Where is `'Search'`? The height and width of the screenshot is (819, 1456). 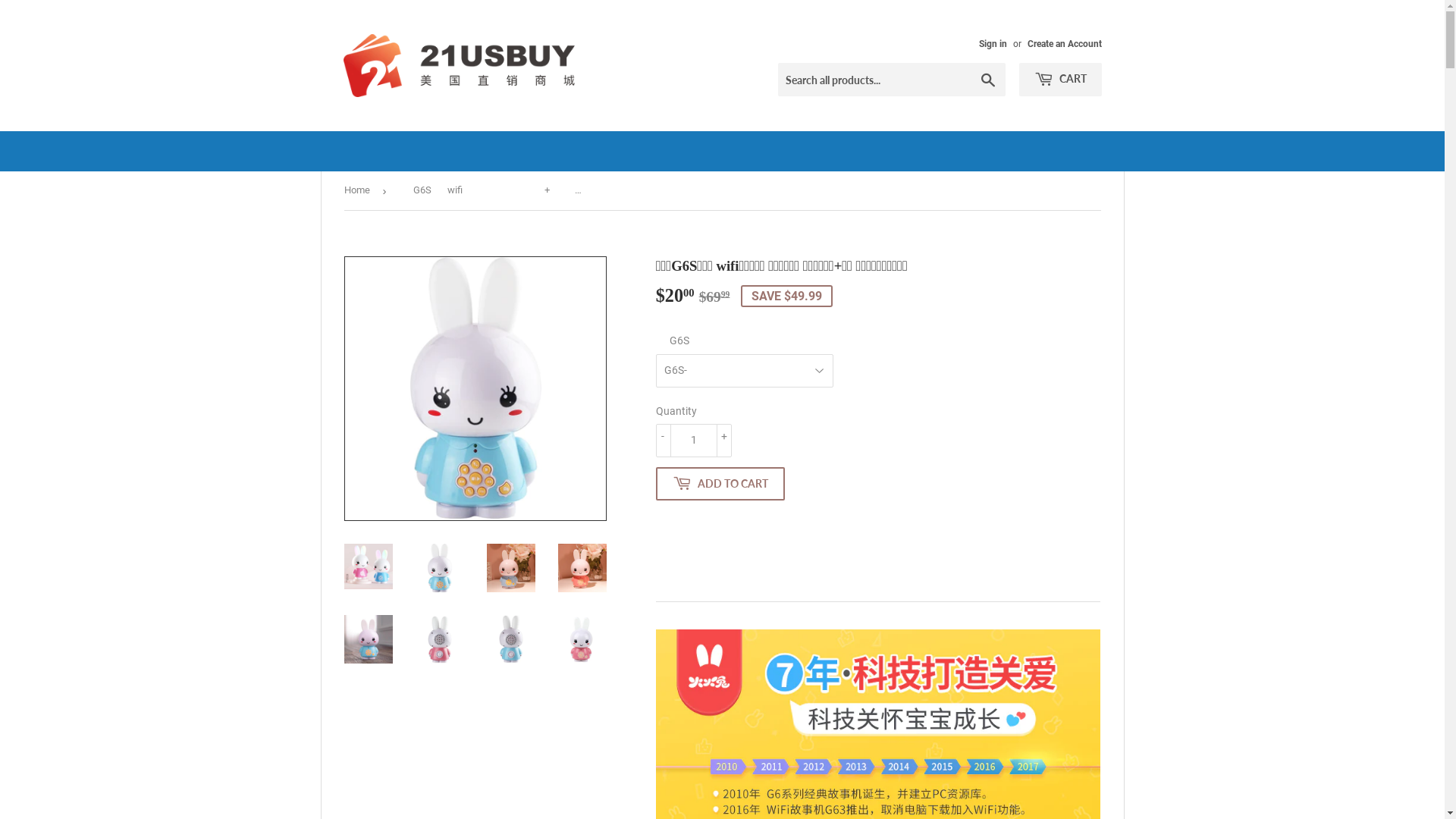 'Search' is located at coordinates (987, 80).